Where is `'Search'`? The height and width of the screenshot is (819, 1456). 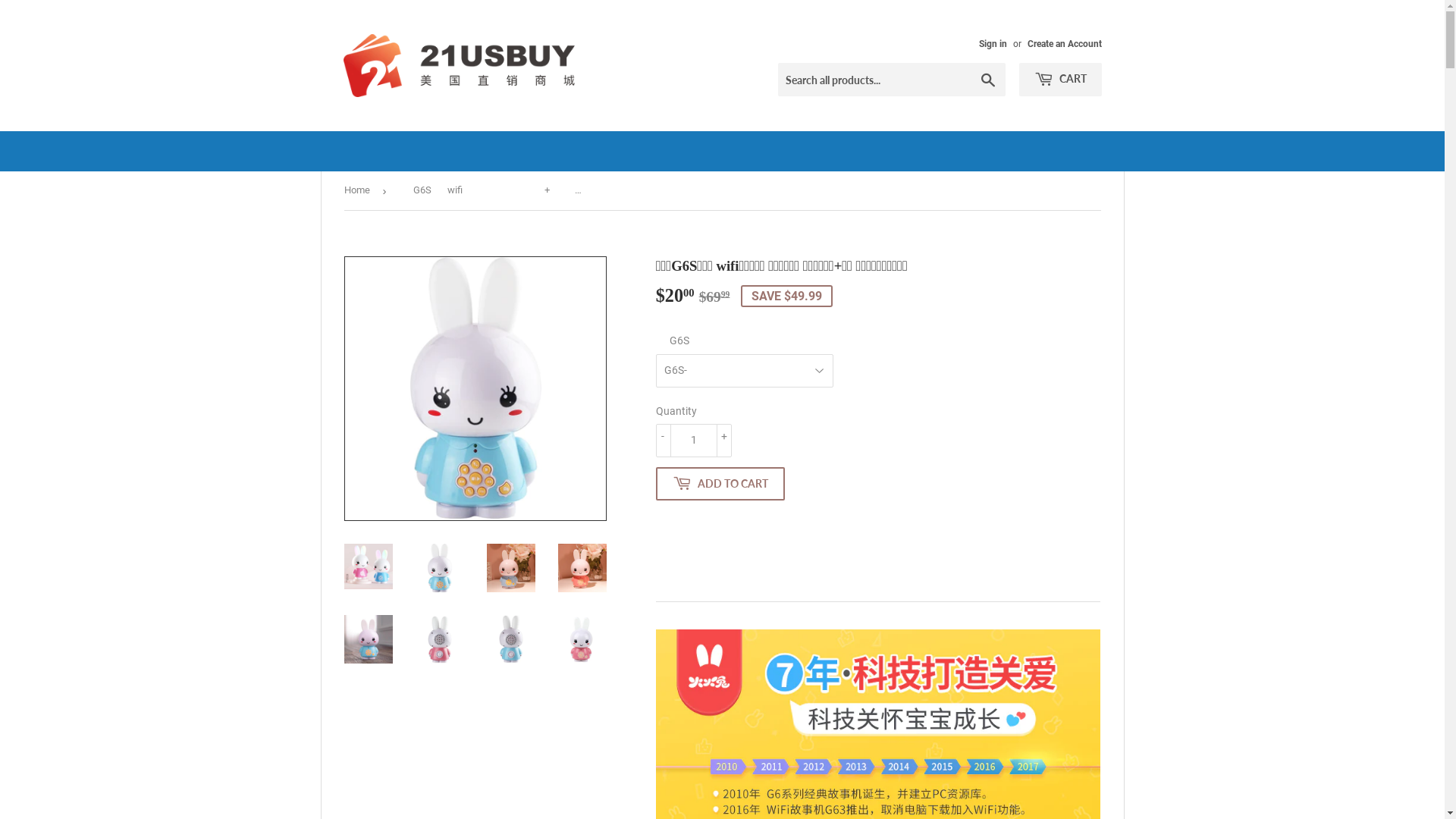 'Search' is located at coordinates (987, 80).